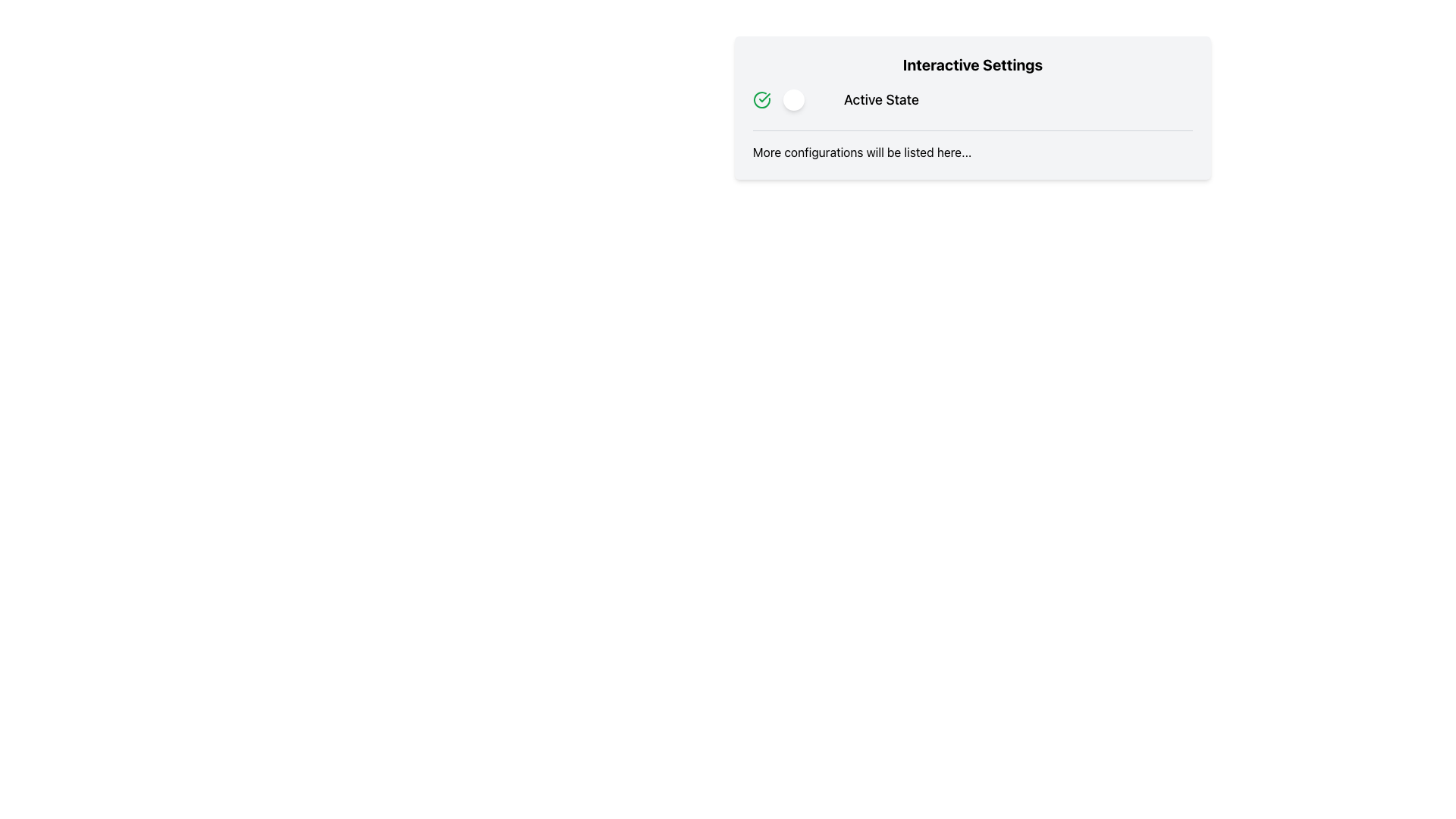  I want to click on the 'Active State' text label located to the right of the toggle switch and green check icon in the 'Interactive Settings' section, so click(881, 99).